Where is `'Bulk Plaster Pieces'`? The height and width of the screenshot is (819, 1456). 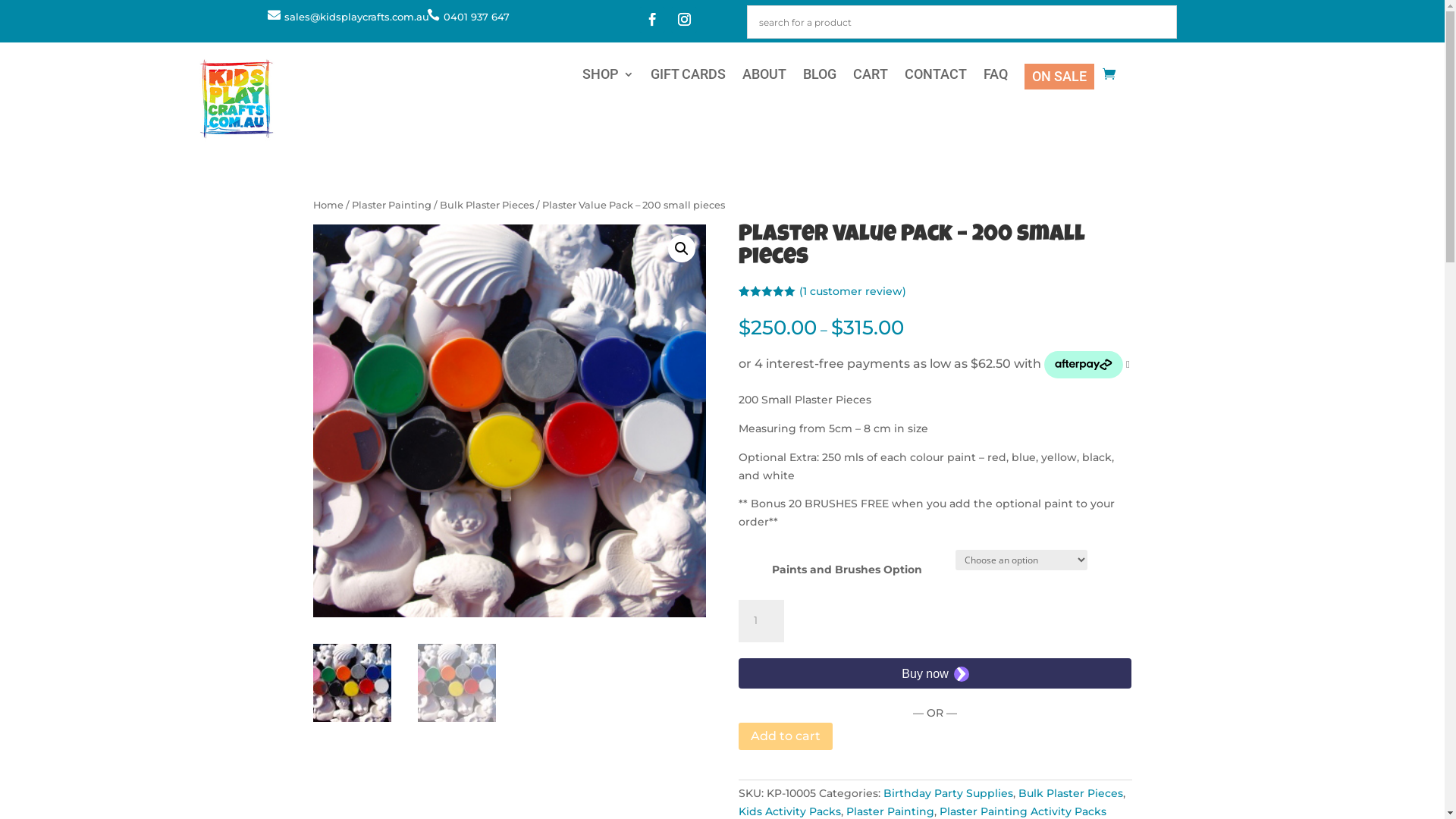 'Bulk Plaster Pieces' is located at coordinates (1069, 792).